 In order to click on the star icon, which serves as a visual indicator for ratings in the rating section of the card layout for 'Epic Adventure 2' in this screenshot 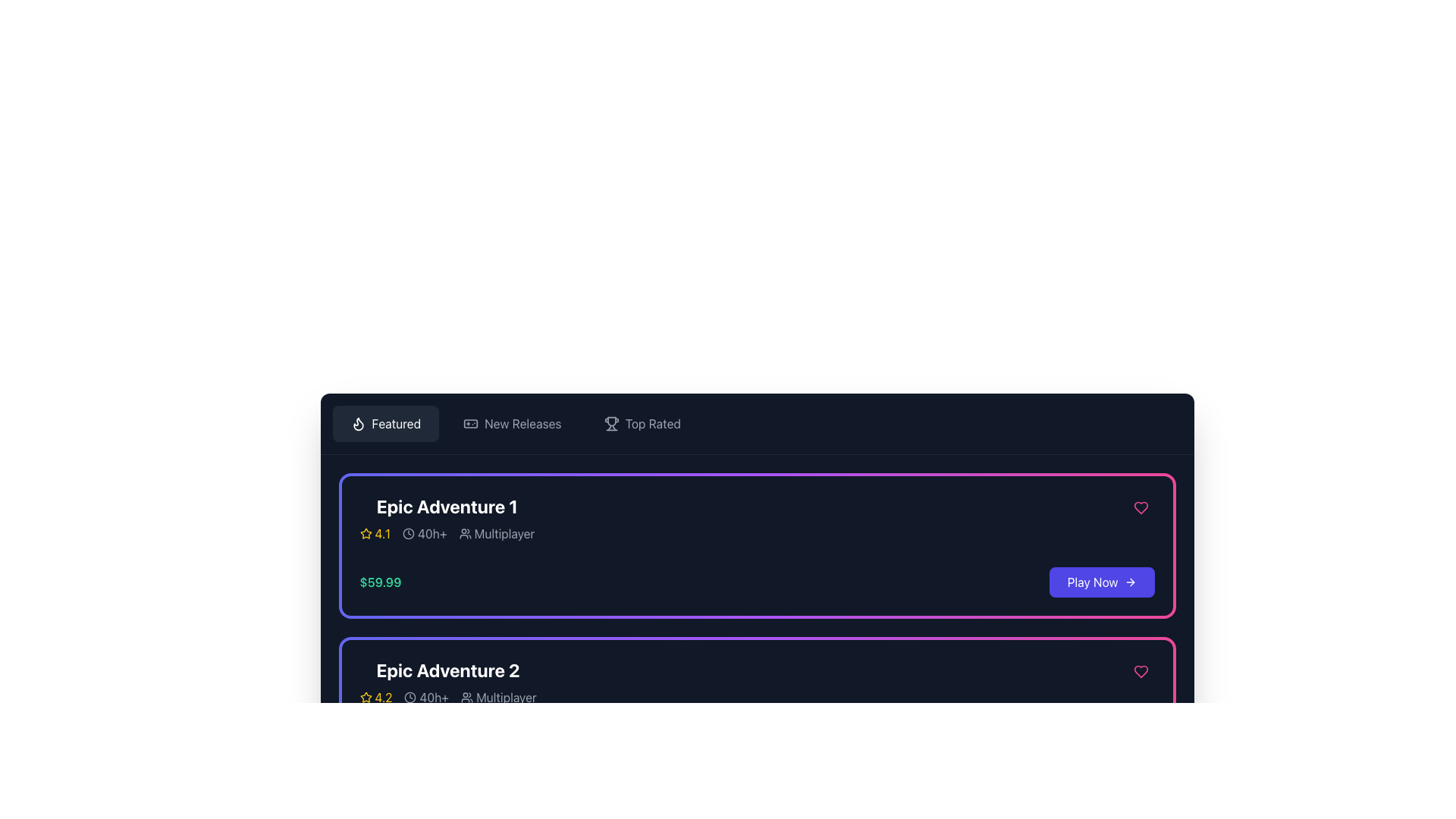, I will do `click(366, 532)`.